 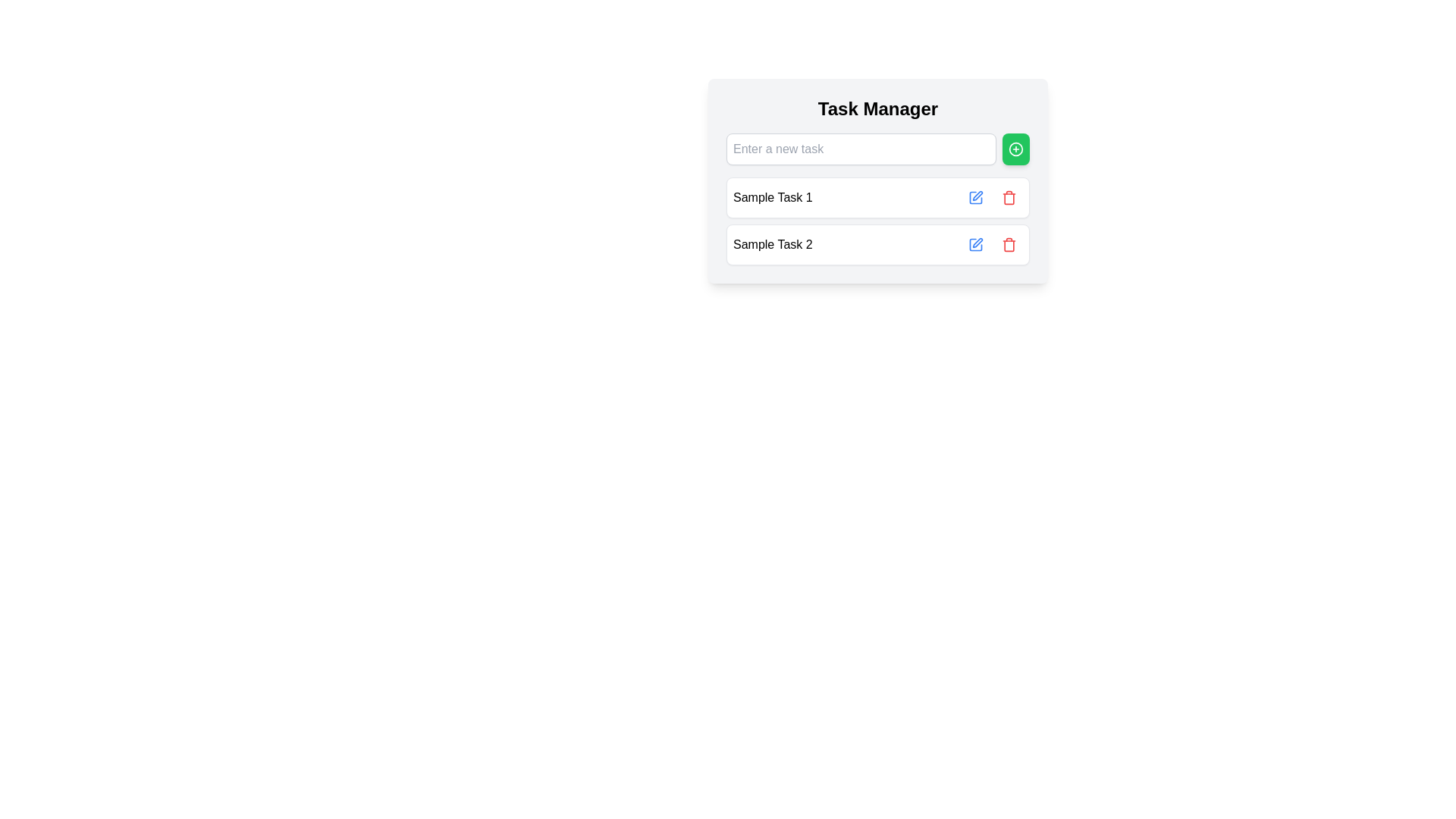 What do you see at coordinates (1009, 198) in the screenshot?
I see `the decorative vector shape that is the middle component of the trash icon in the second row of the task list` at bounding box center [1009, 198].